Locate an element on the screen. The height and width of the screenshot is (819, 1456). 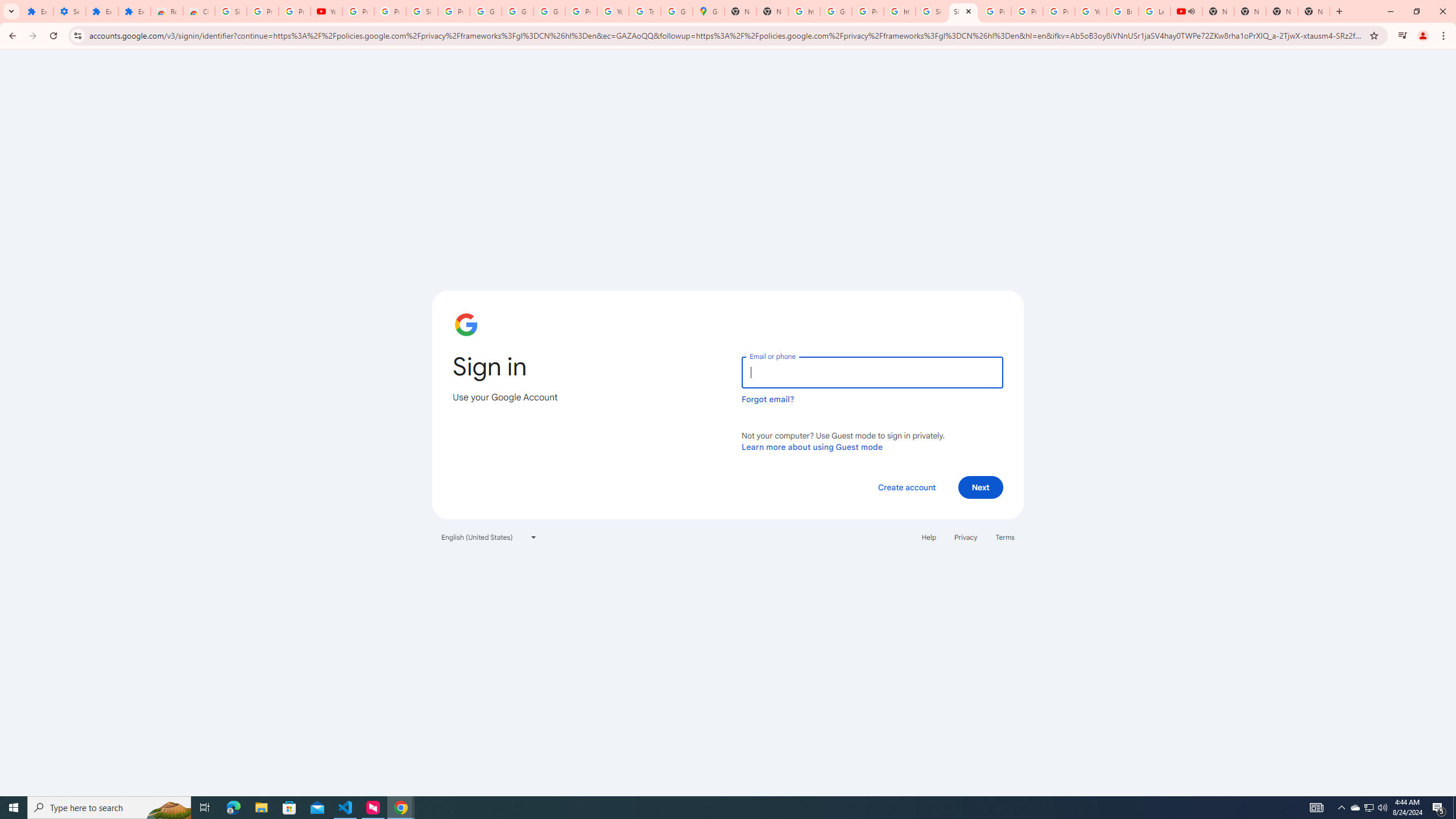
'Learn more about using Guest mode' is located at coordinates (812, 446).